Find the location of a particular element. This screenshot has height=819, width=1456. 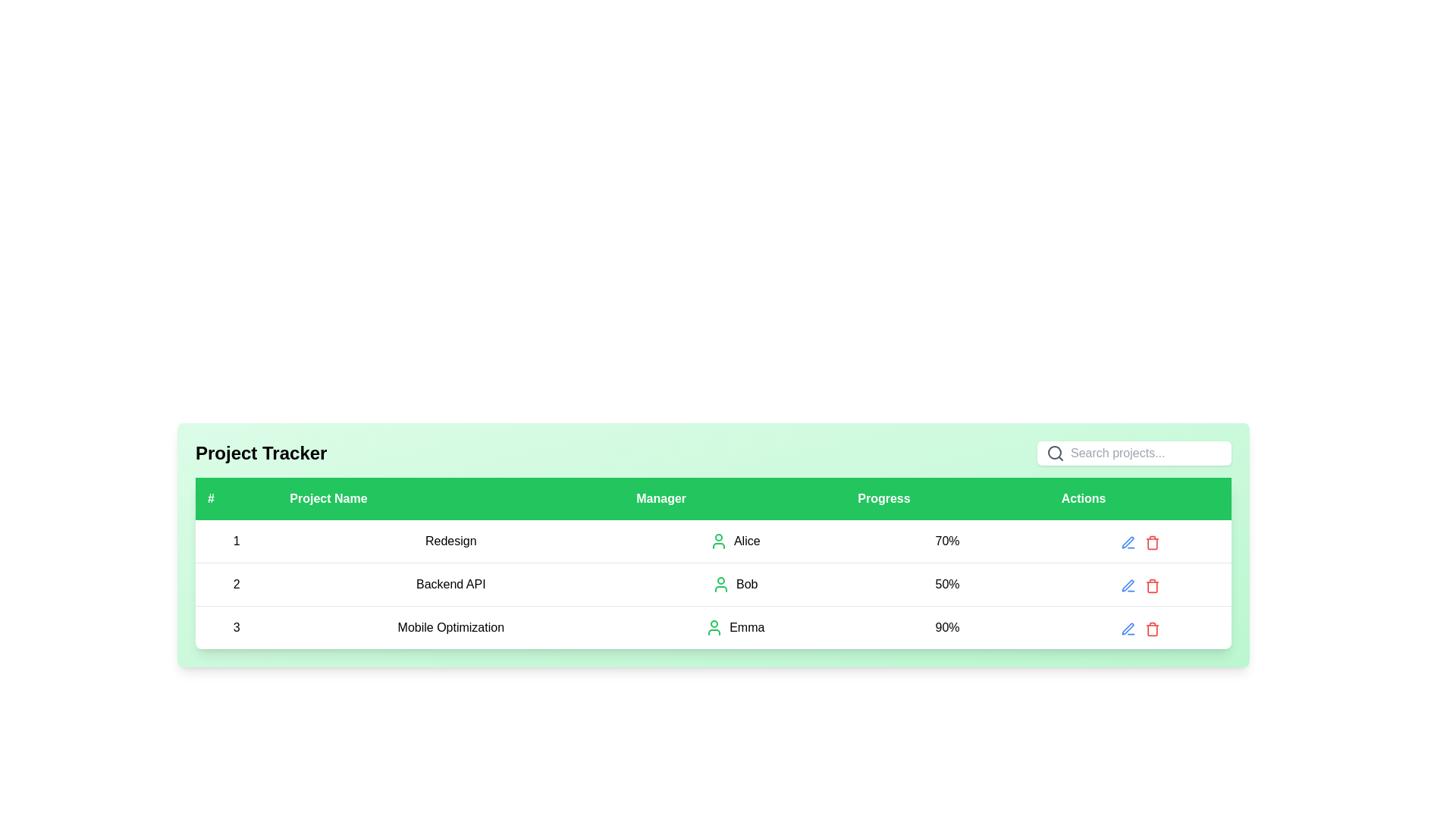

the text label displaying the number '2' in the second row and first column of the project tracker interface is located at coordinates (236, 584).